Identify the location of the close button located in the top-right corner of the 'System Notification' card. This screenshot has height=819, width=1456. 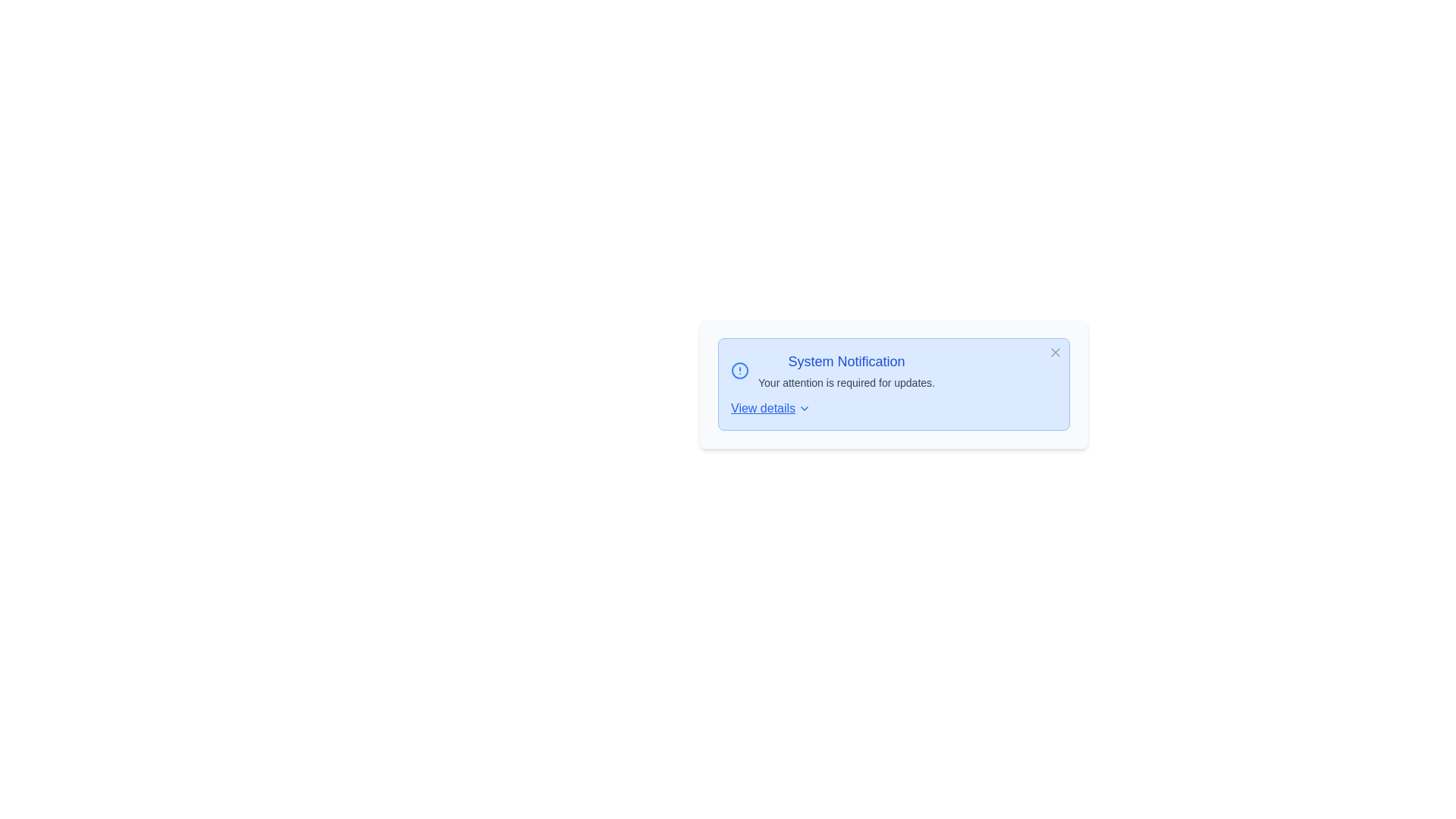
(1055, 353).